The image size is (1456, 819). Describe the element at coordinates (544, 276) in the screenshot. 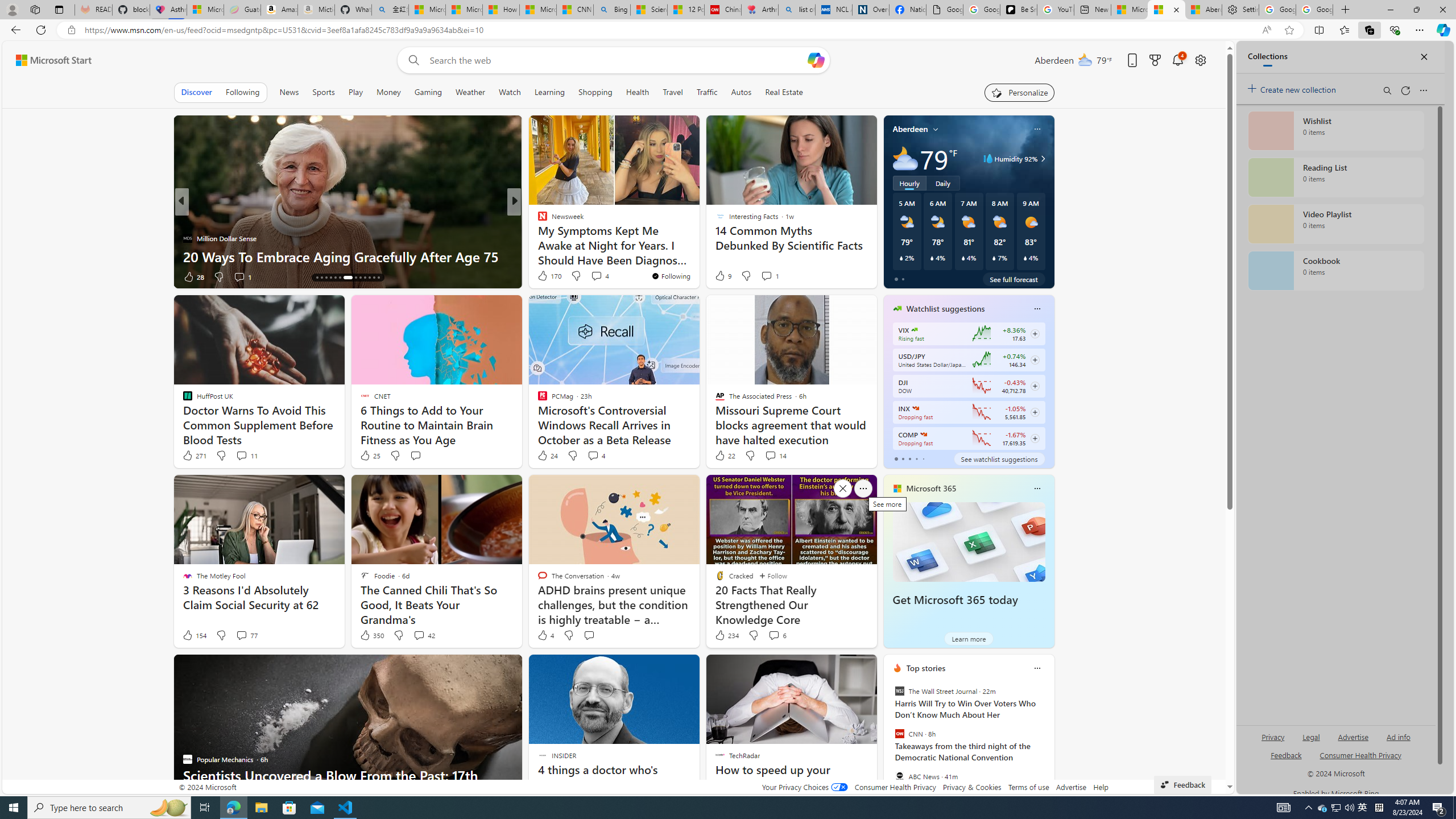

I see `'236 Like'` at that location.